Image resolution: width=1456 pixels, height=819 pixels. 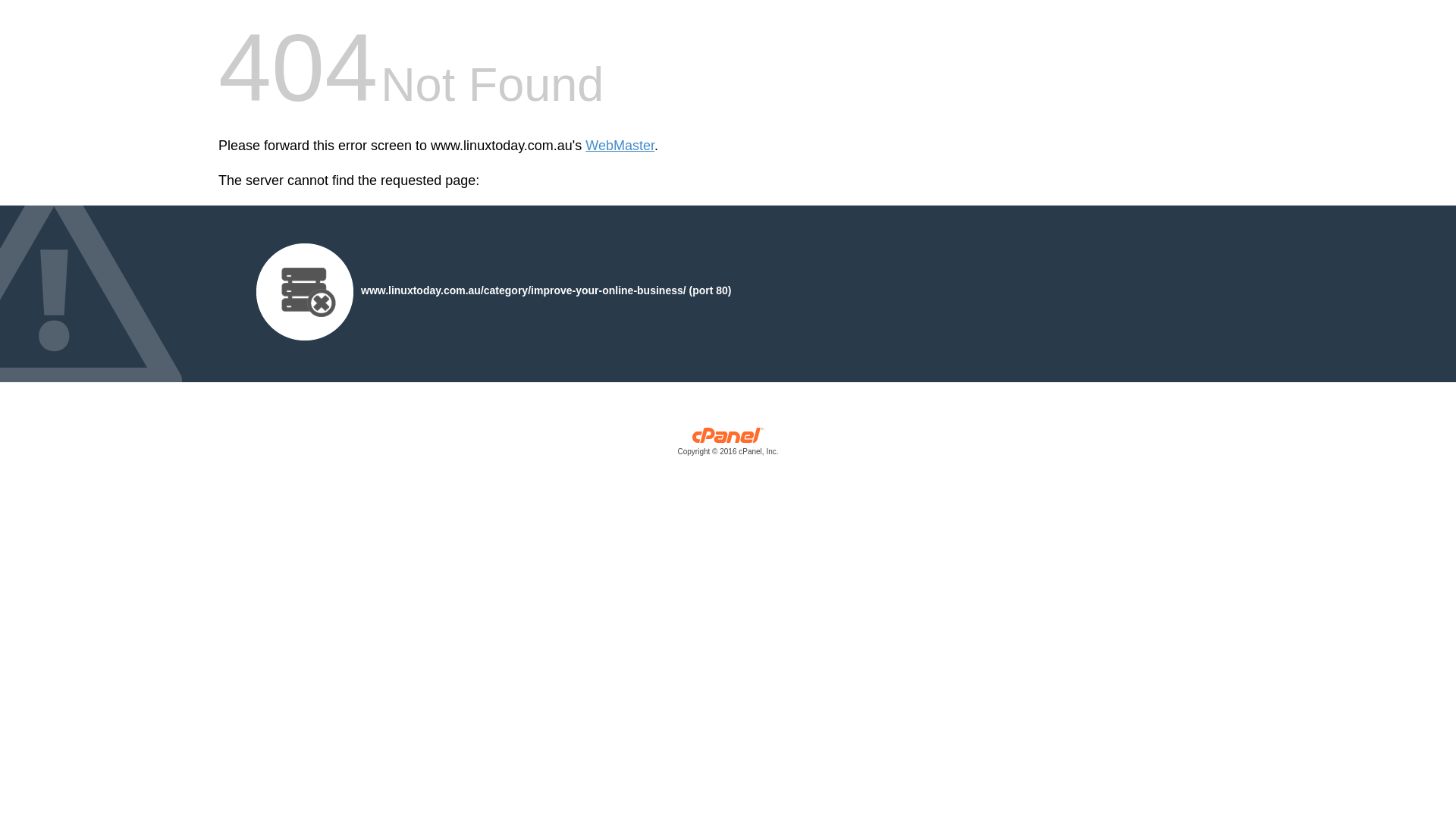 What do you see at coordinates (620, 146) in the screenshot?
I see `'WebMaster'` at bounding box center [620, 146].